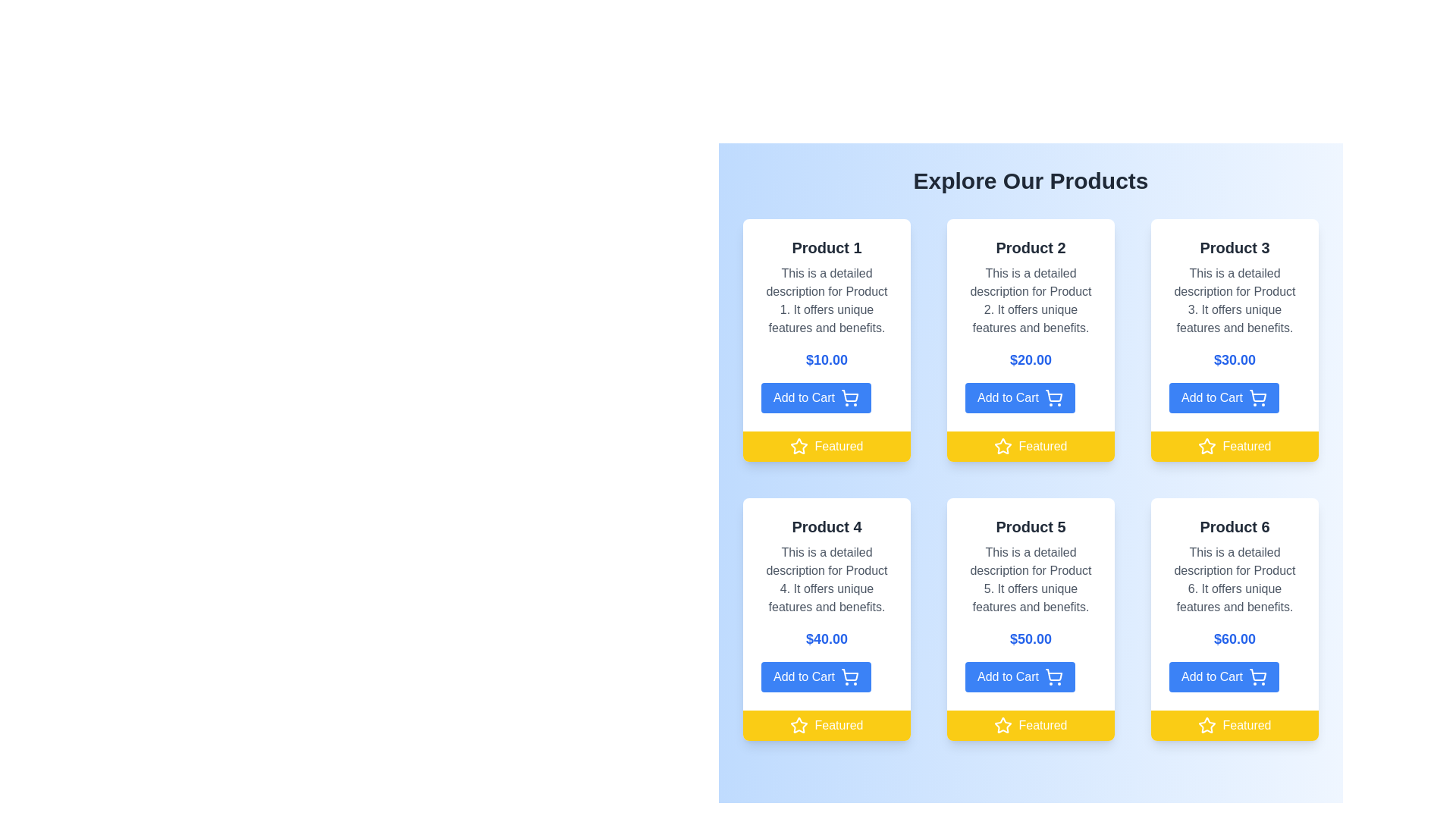 The image size is (1456, 819). Describe the element at coordinates (850, 674) in the screenshot. I see `the shopping cart icon located to the right of the 'Add to Cart' text on the button for Product 4` at that location.